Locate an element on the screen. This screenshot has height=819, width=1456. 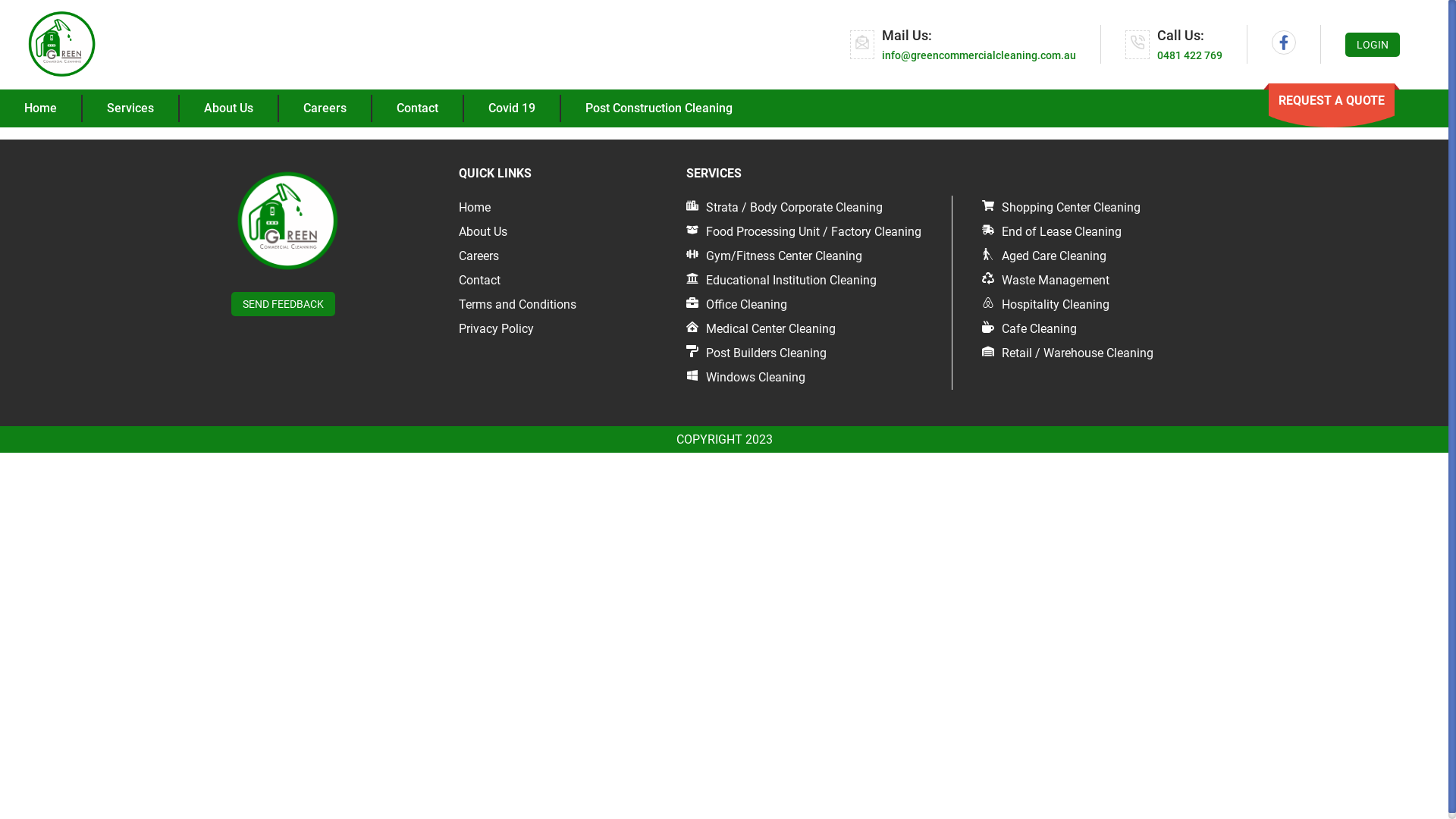
'Waste Management' is located at coordinates (982, 280).